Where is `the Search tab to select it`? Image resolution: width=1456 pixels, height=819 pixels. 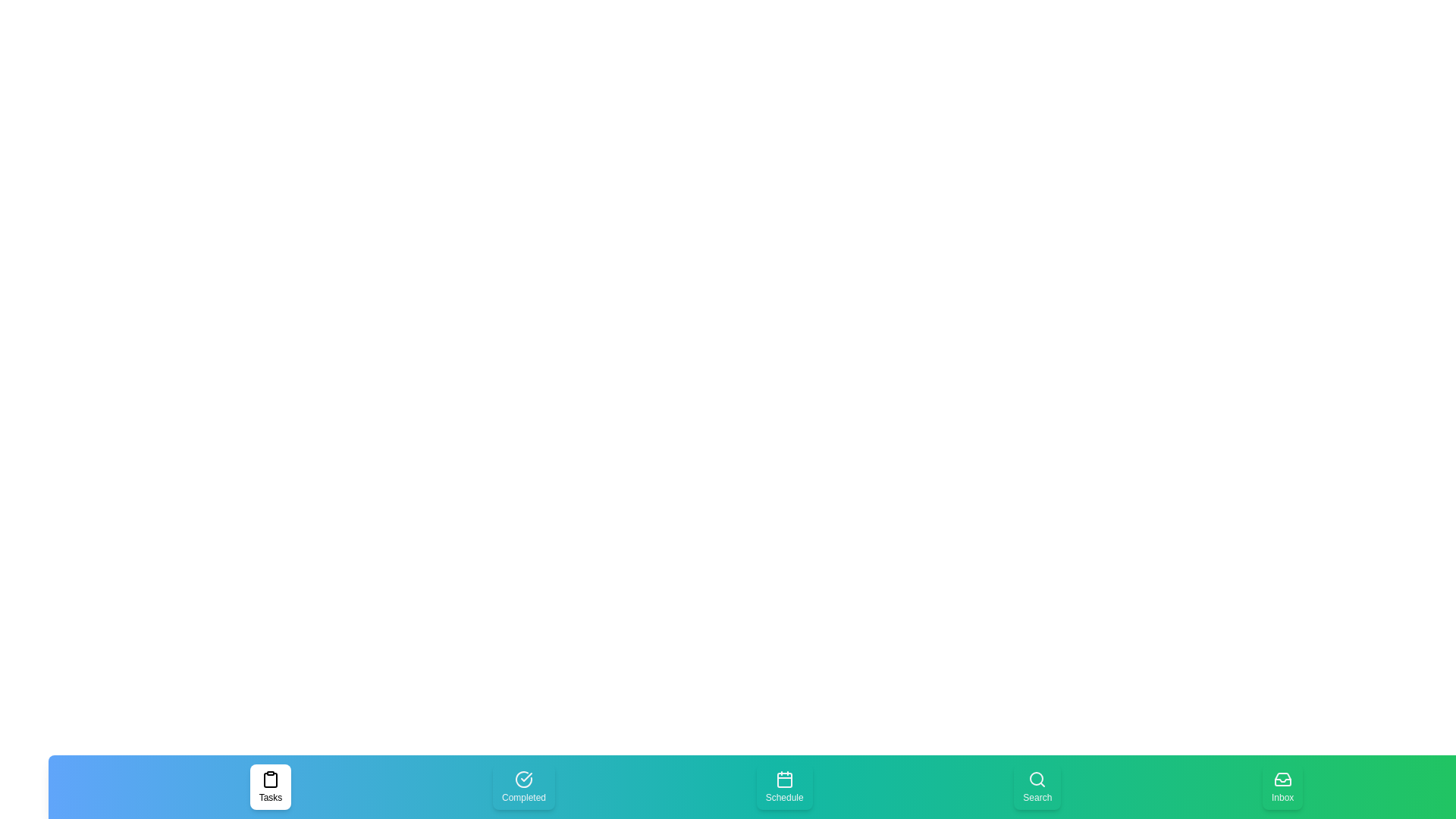 the Search tab to select it is located at coordinates (1037, 786).